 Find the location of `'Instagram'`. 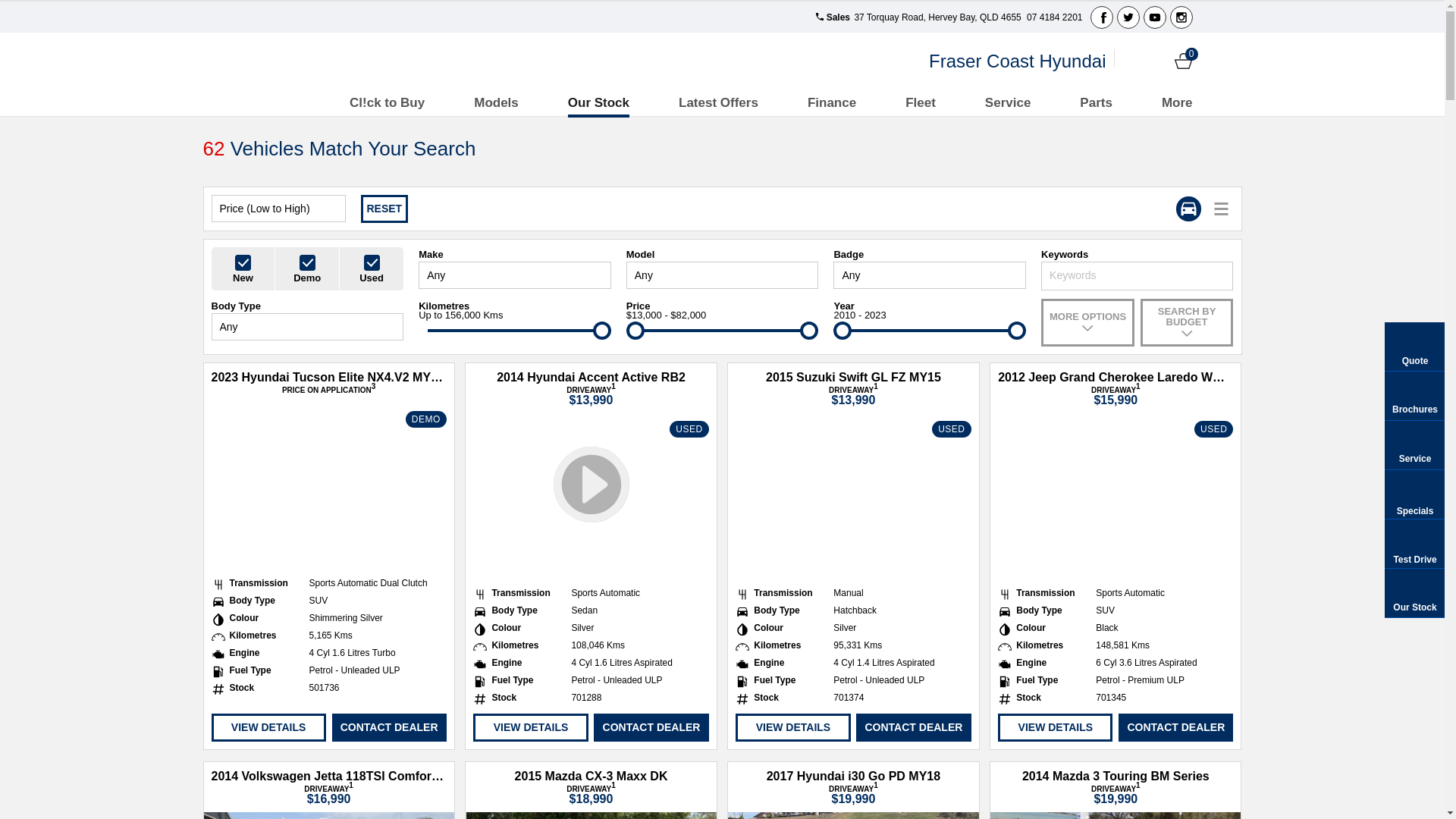

'Instagram' is located at coordinates (1179, 17).